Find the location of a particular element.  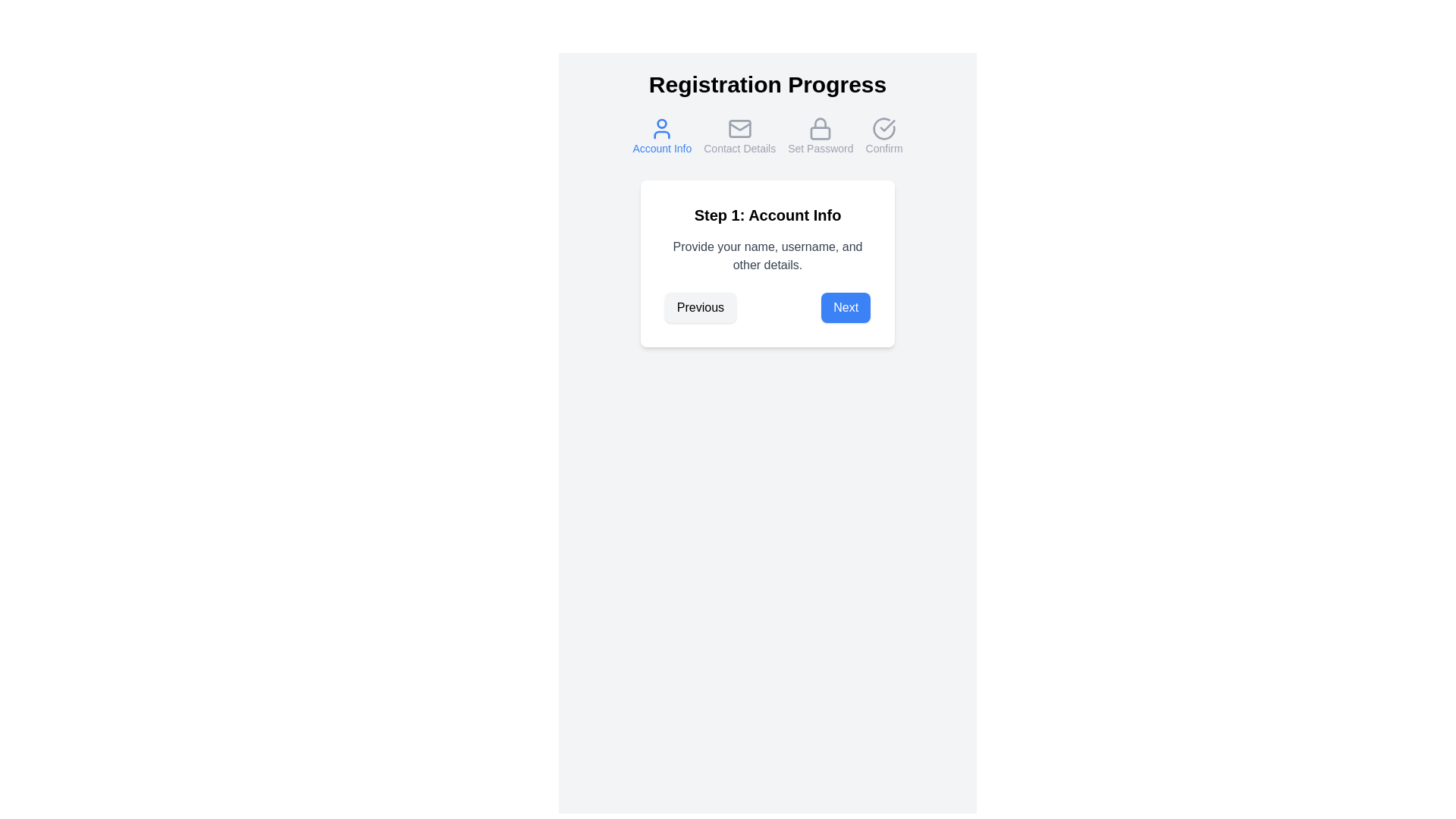

the circular progress indicator with a check mark labeled 'Confirm' located in the horizontal navigation bar to the right of the 'Set Password' step is located at coordinates (884, 136).